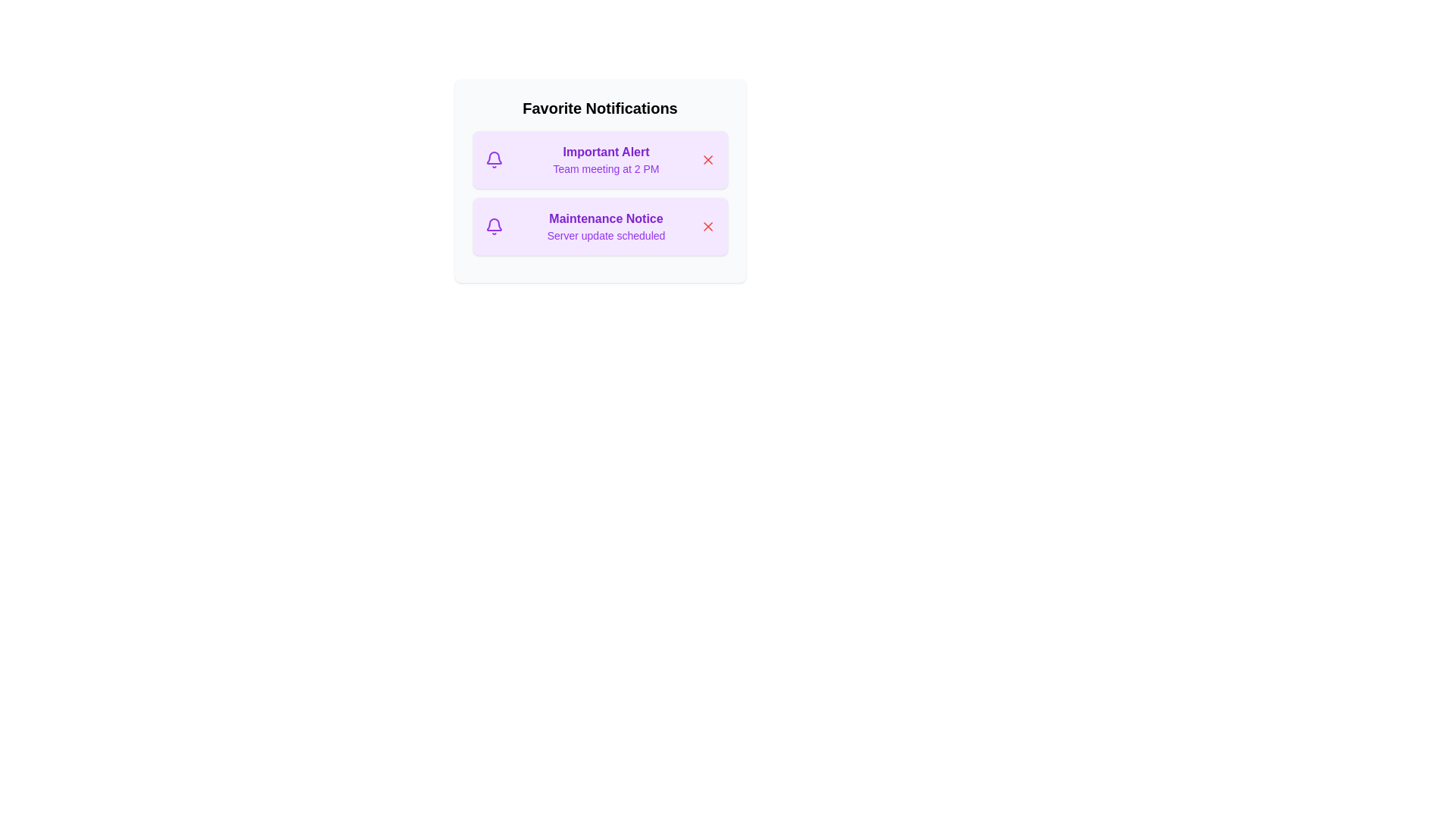  Describe the element at coordinates (494, 160) in the screenshot. I see `the bell icon for Important Alert notification` at that location.